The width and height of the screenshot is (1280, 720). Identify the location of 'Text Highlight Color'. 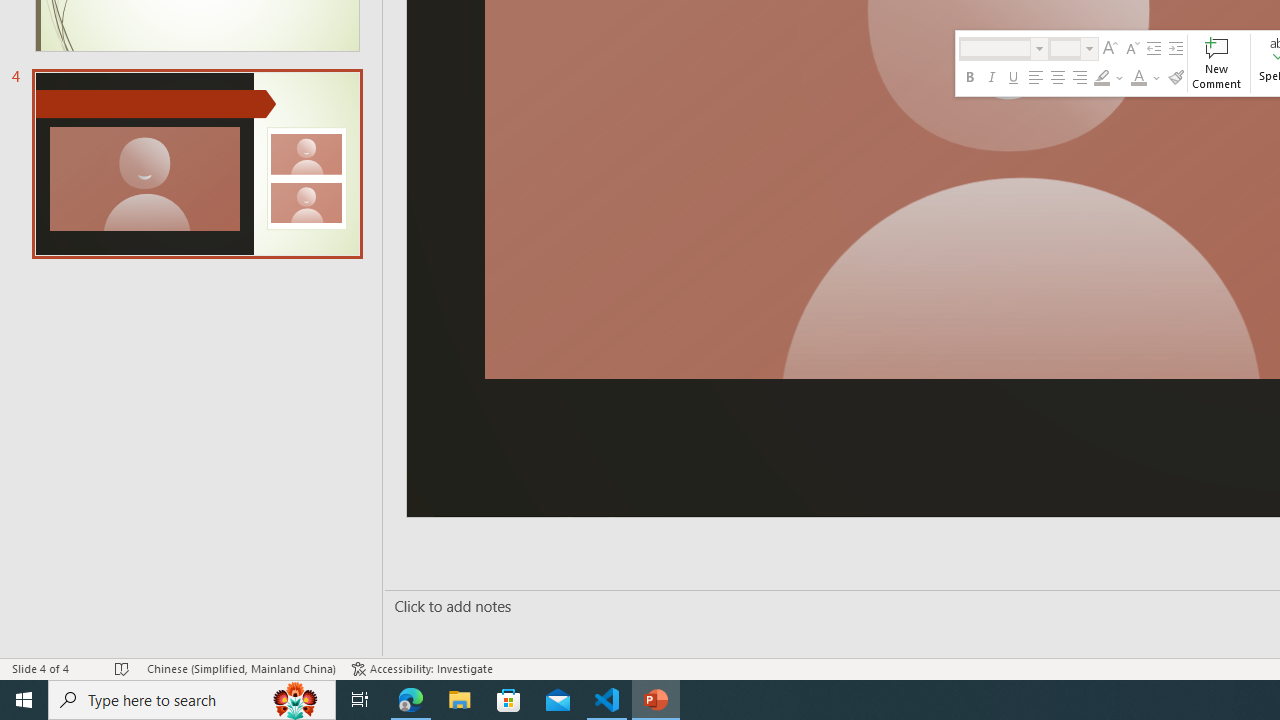
(1101, 77).